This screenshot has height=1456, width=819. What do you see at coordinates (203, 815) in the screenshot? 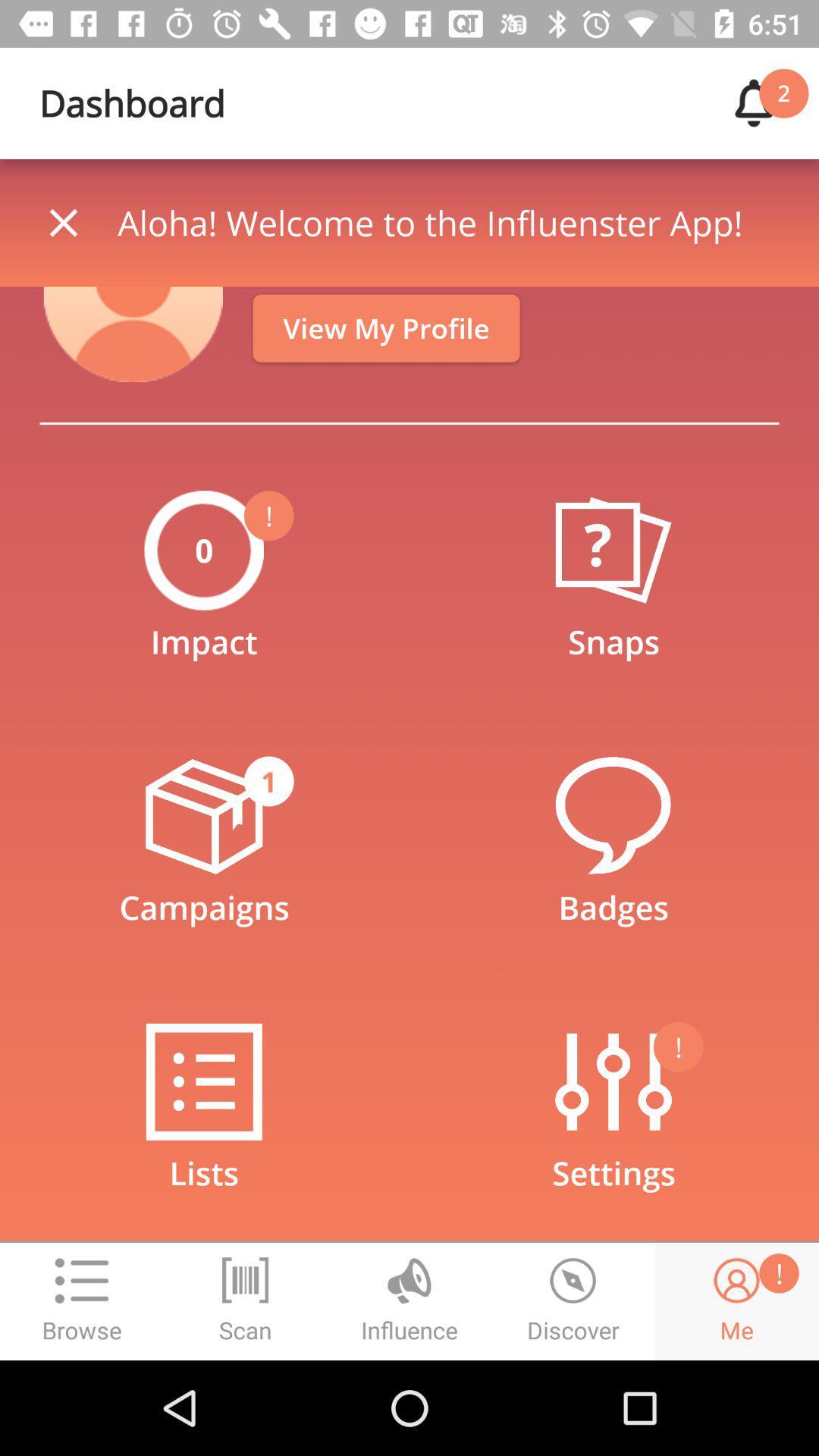
I see `the flight icon` at bounding box center [203, 815].